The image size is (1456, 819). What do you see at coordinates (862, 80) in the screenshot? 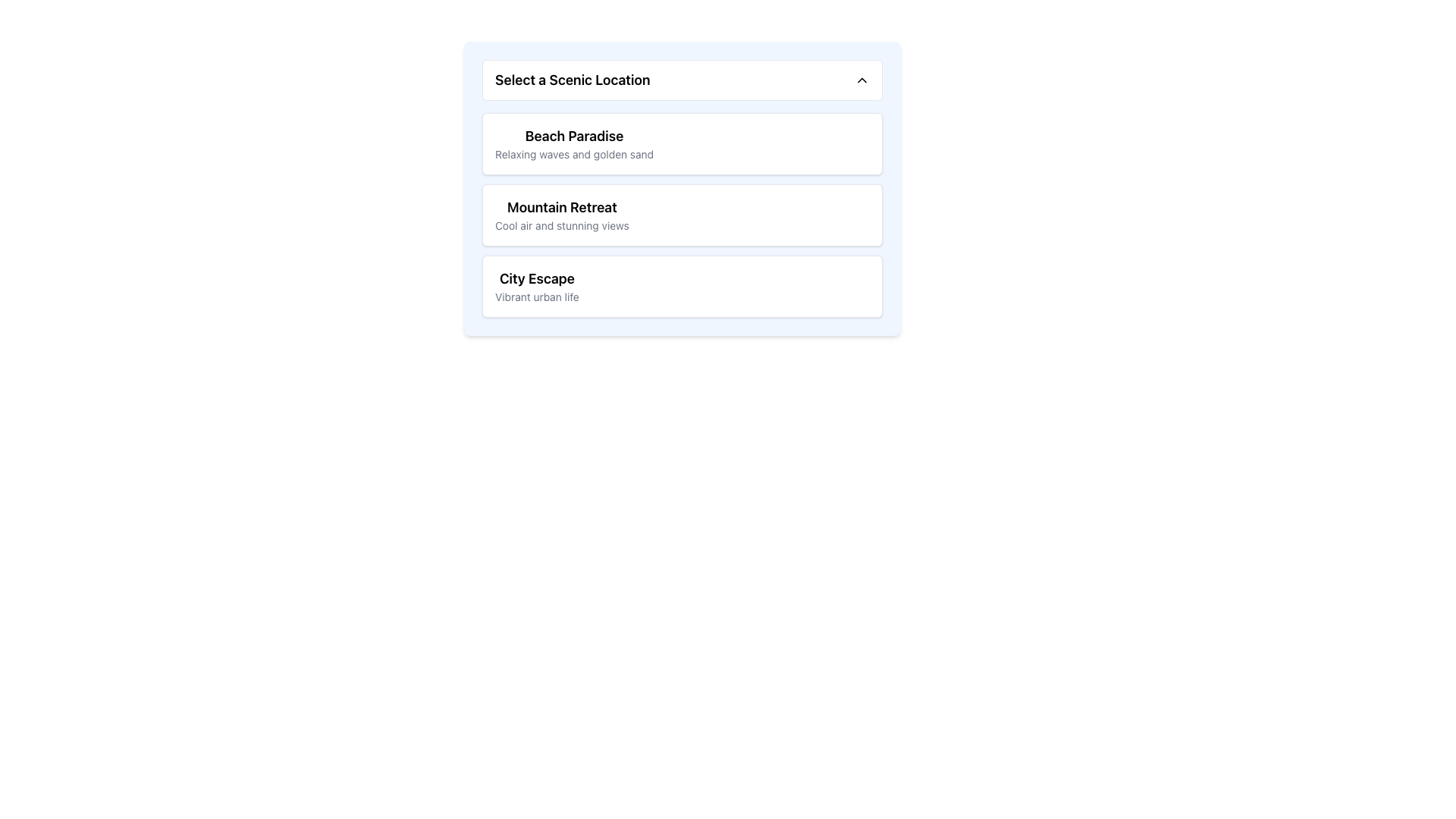
I see `the upward-pointing chevron SVG icon located at the top-right corner of the header labeled 'Select a Scenic Location'` at bounding box center [862, 80].